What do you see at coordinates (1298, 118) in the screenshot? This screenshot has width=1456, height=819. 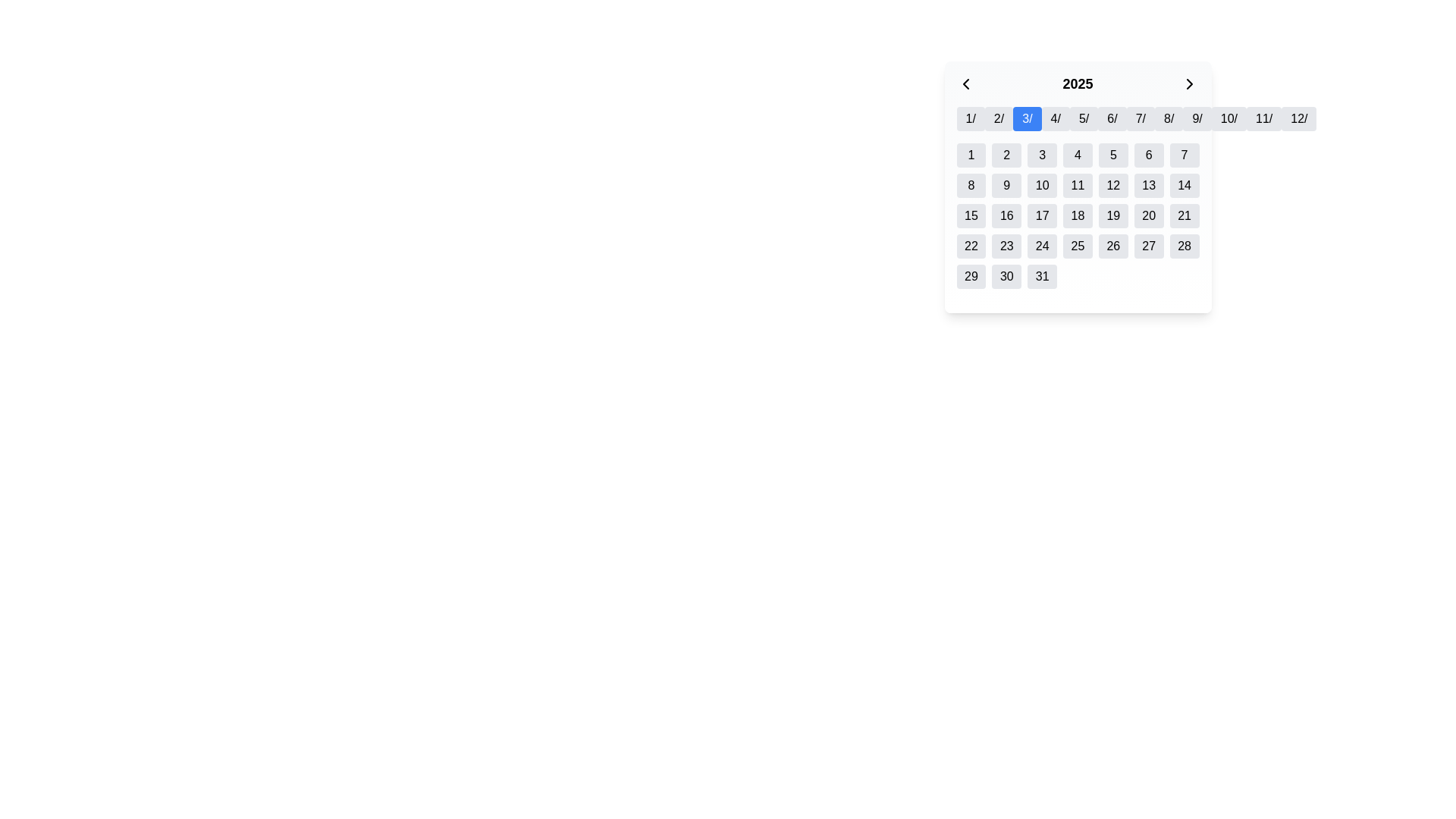 I see `the button labeled '12/' which is a small rectangular UI component with a light gray background and rounded corners, located at the far right of a horizontally aligned list above the calendar interface` at bounding box center [1298, 118].